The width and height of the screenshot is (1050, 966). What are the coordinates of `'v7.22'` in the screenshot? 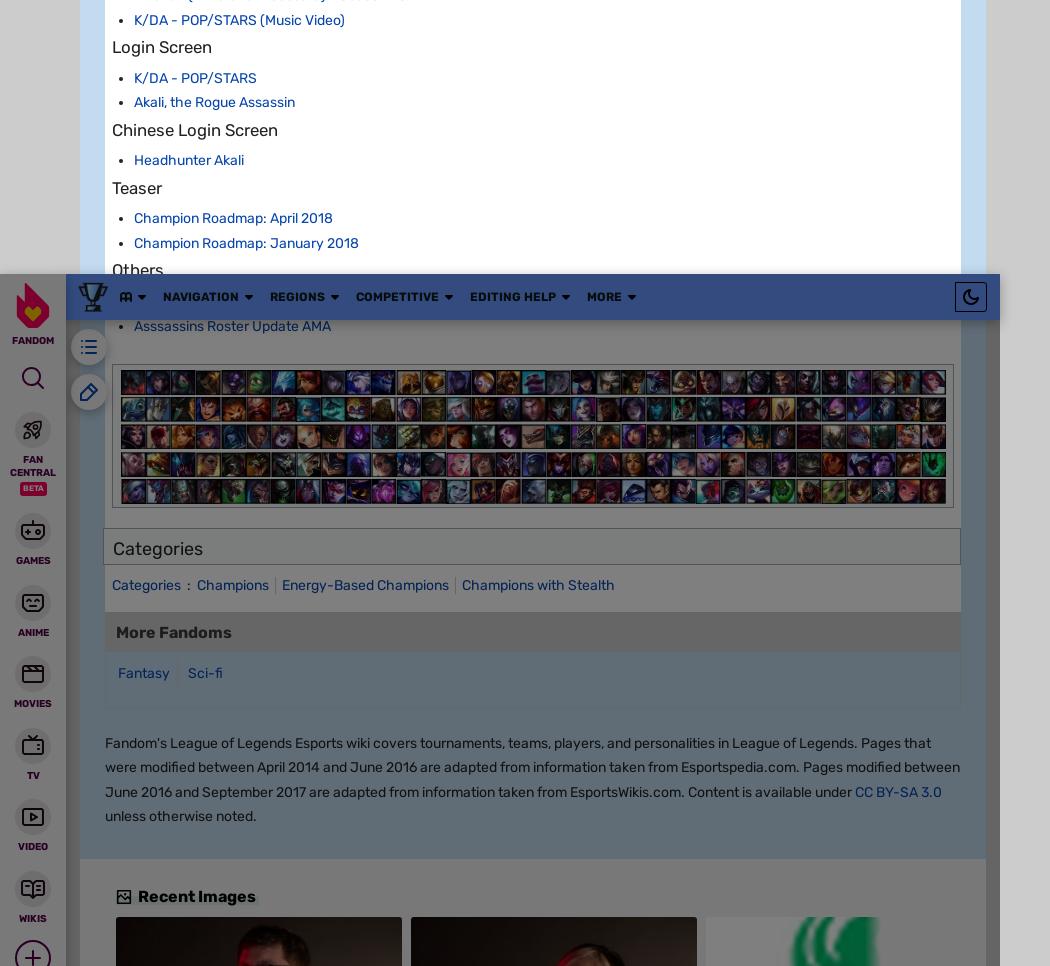 It's located at (137, 691).